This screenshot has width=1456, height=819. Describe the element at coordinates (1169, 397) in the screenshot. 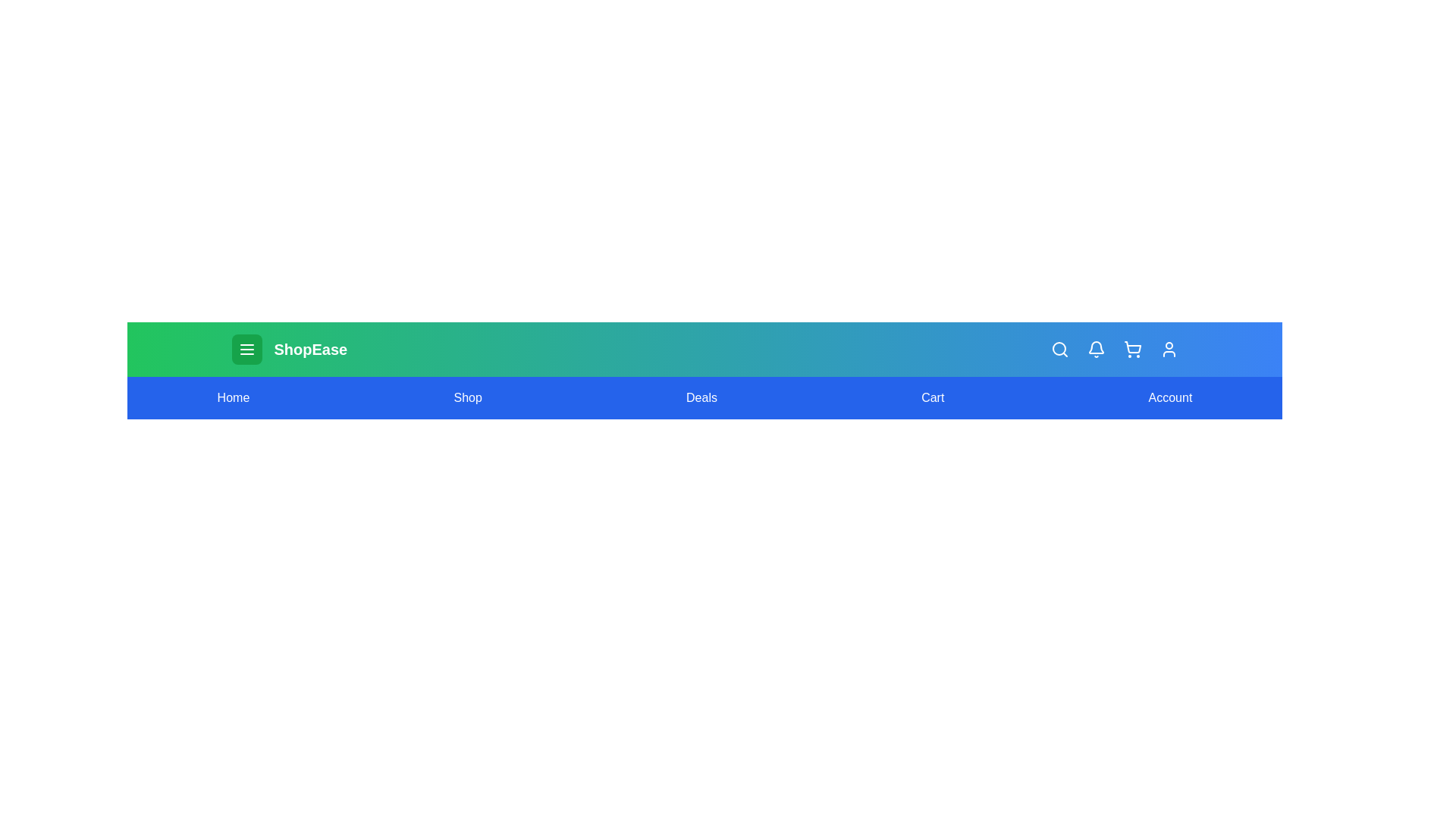

I see `the Account navigation link to navigate to the corresponding section` at that location.